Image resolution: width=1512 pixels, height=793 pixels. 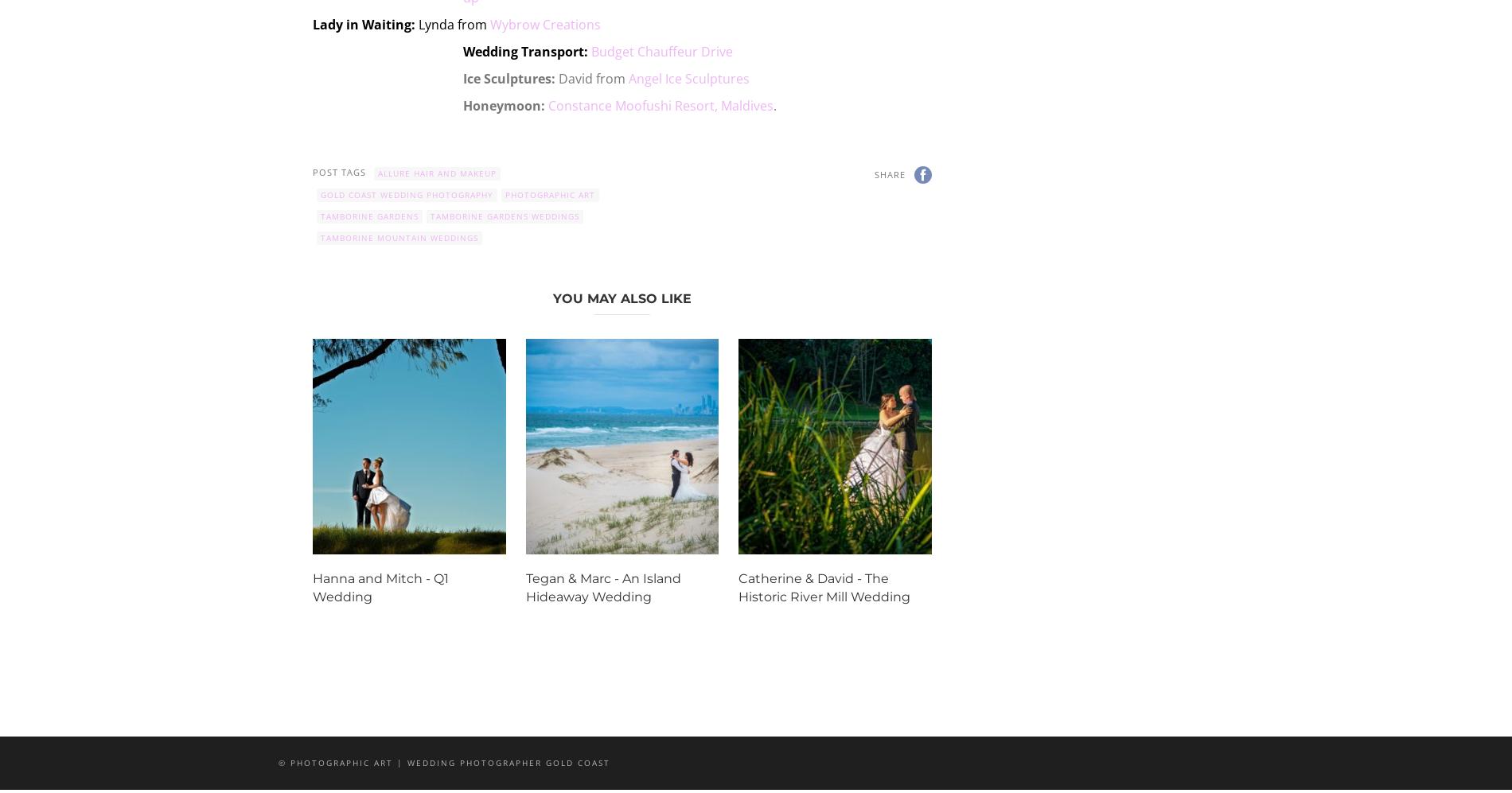 What do you see at coordinates (550, 193) in the screenshot?
I see `'photographic art'` at bounding box center [550, 193].